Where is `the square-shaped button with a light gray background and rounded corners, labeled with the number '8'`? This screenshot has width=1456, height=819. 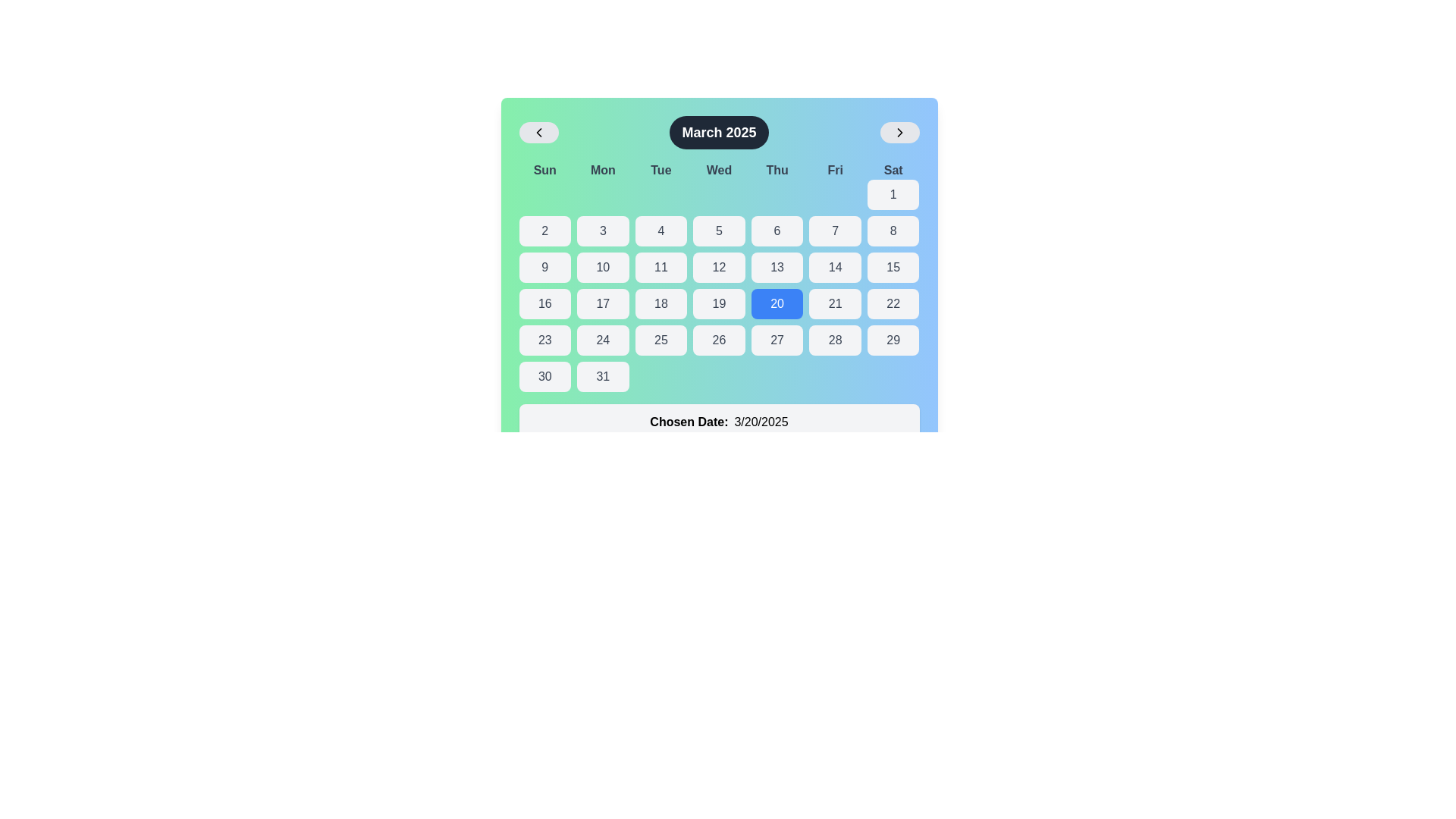
the square-shaped button with a light gray background and rounded corners, labeled with the number '8' is located at coordinates (893, 231).